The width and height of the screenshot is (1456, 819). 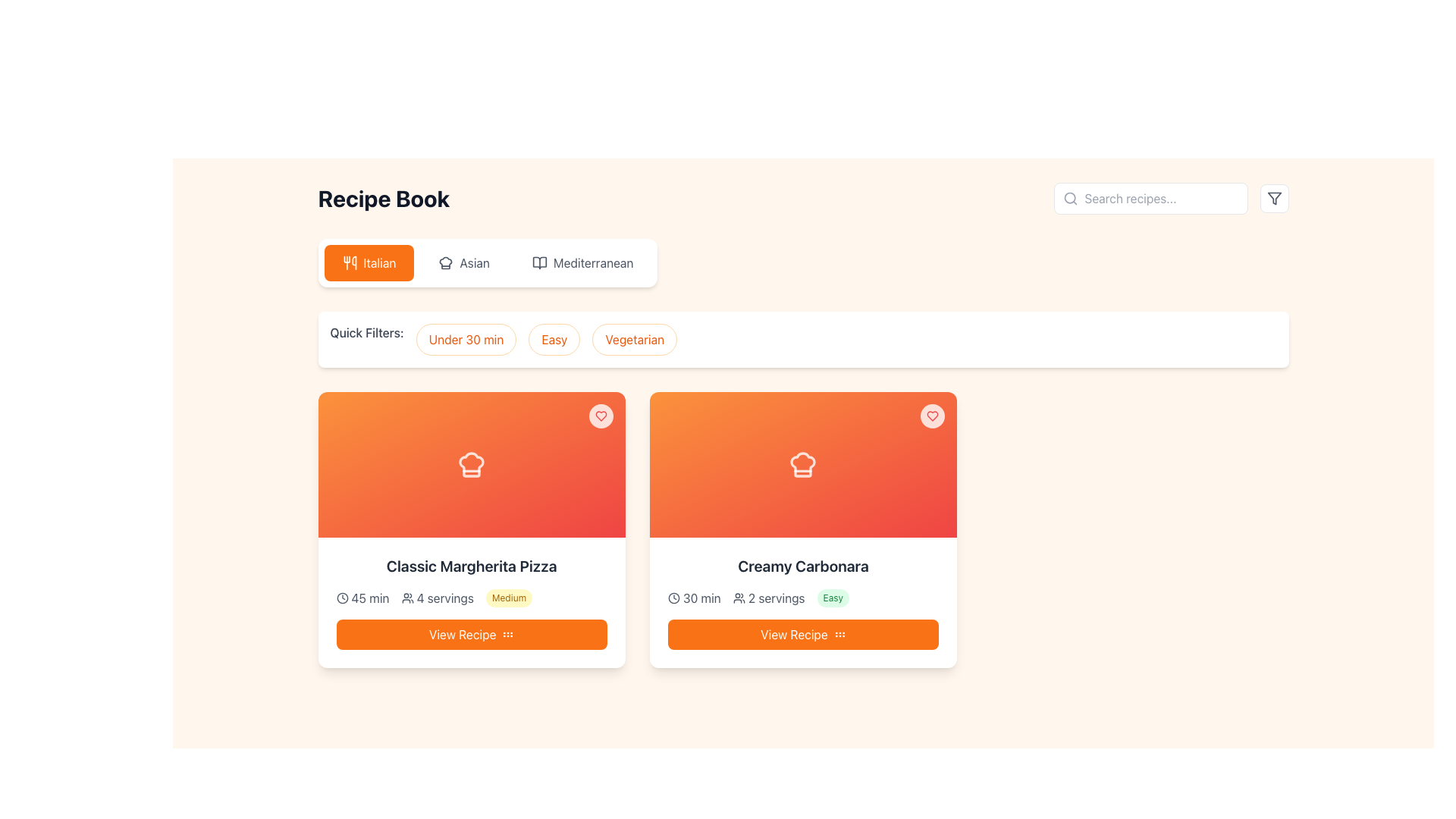 I want to click on the rectangular button with a bold orange background and white text 'View Recipe' located at the bottom center of the 'Creamy Carbonara' recipe card, so click(x=802, y=635).